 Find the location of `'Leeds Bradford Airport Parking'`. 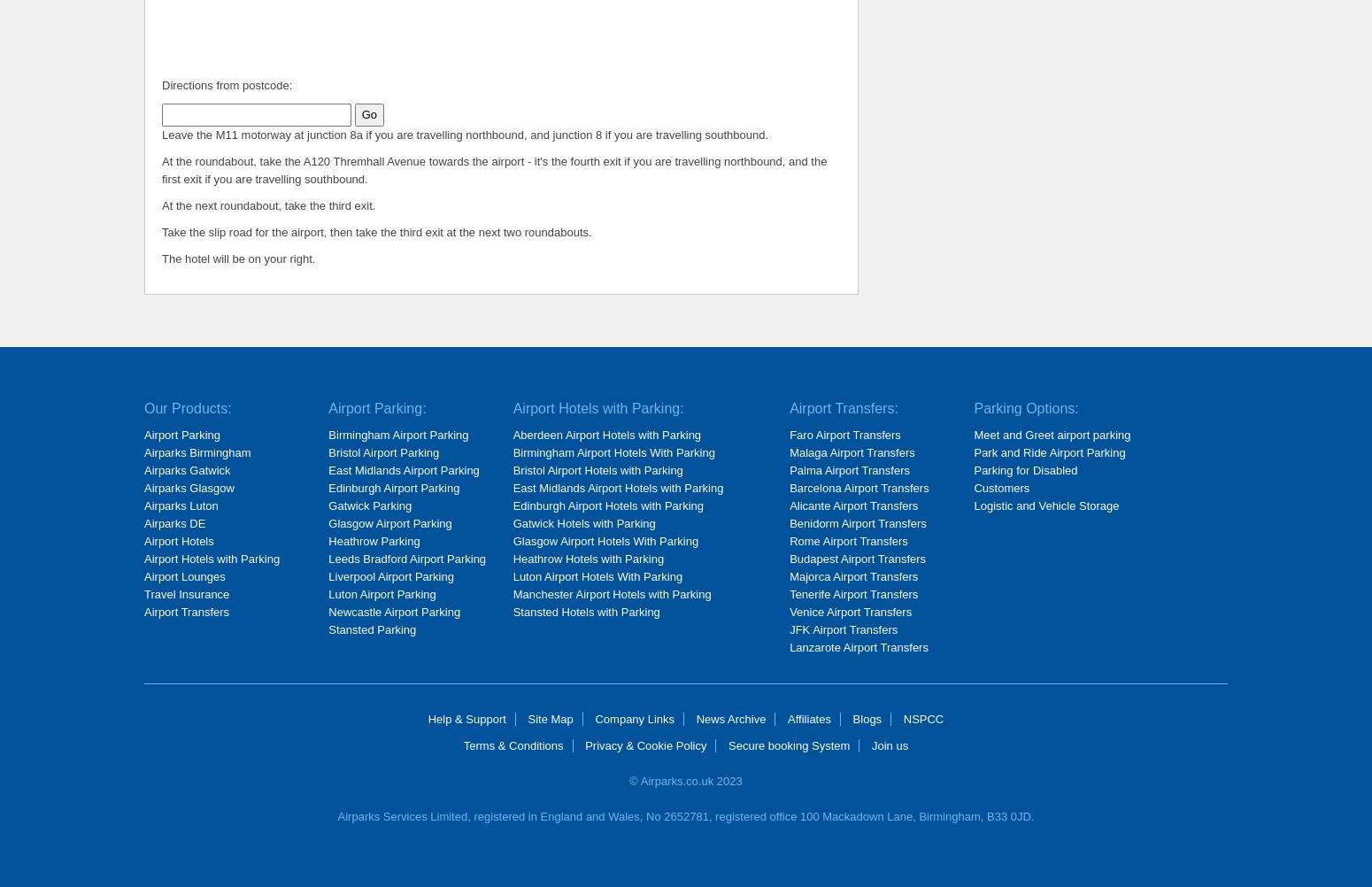

'Leeds Bradford Airport Parking' is located at coordinates (407, 558).